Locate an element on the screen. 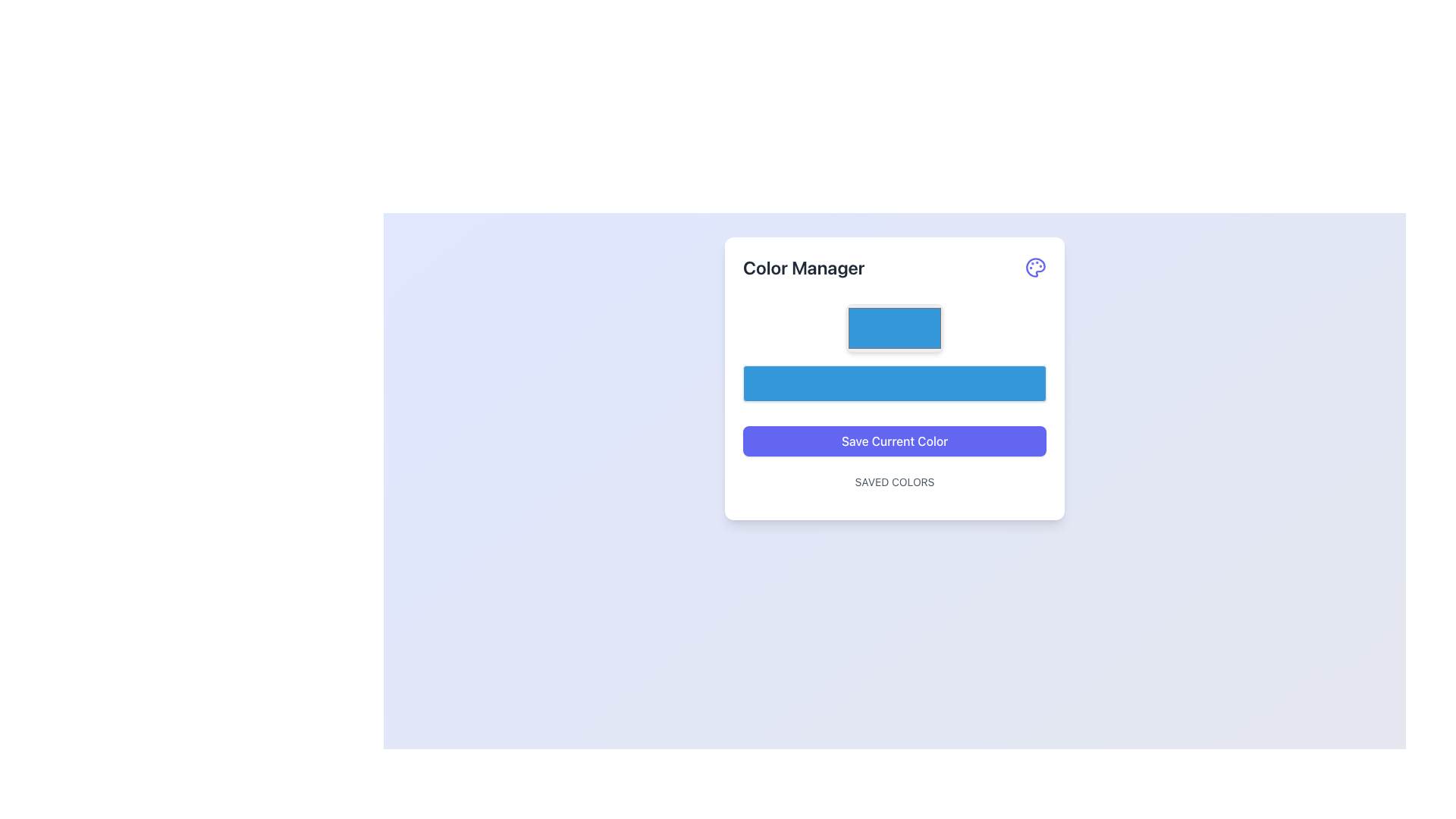 This screenshot has width=1456, height=819. the 'Save Current Color' button, which is a rectangular button with rounded corners, indigo background, and white text, located in the 'Color Manager' interface is located at coordinates (895, 441).